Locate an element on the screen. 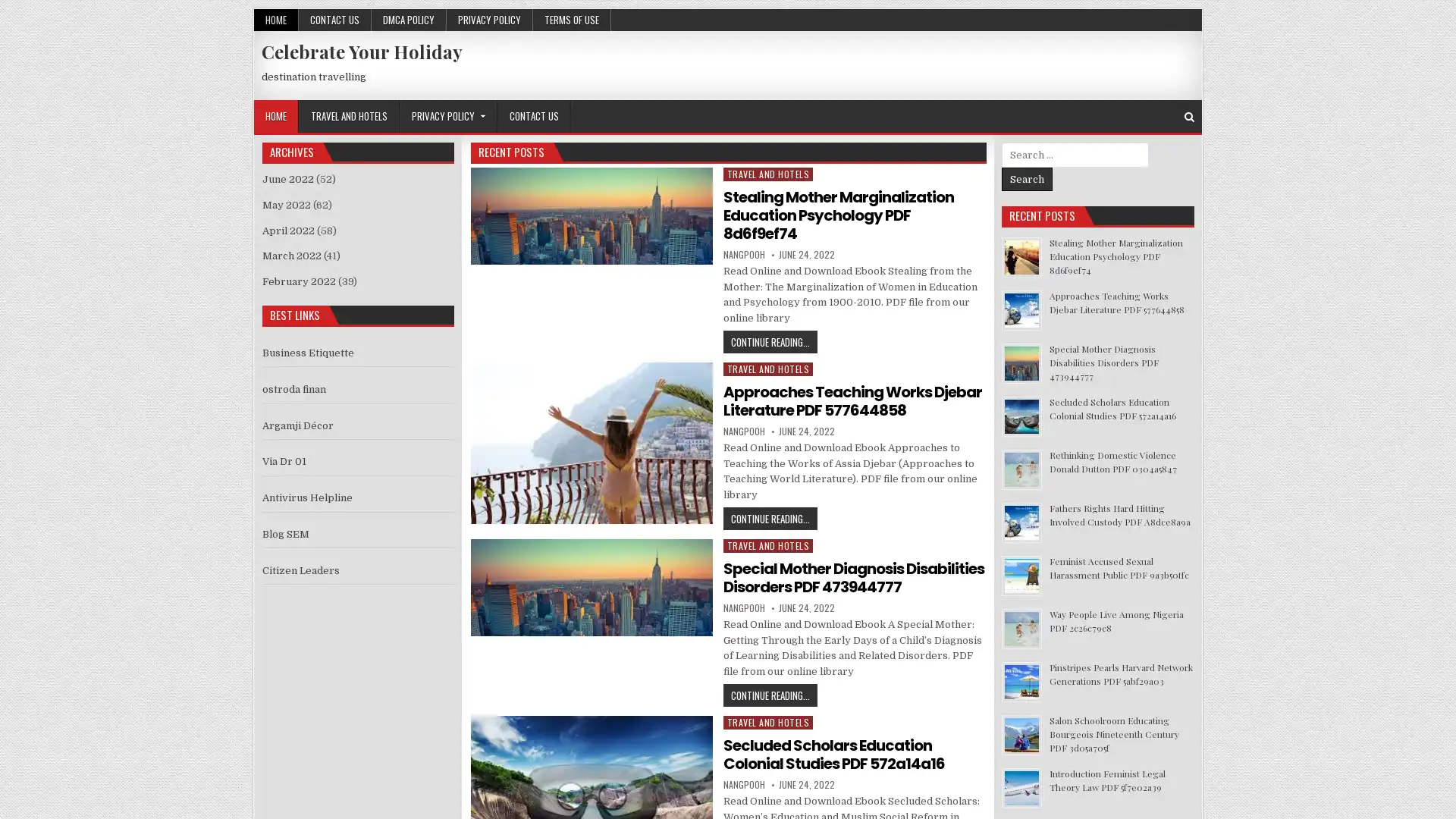 The height and width of the screenshot is (819, 1456). Search is located at coordinates (1027, 178).